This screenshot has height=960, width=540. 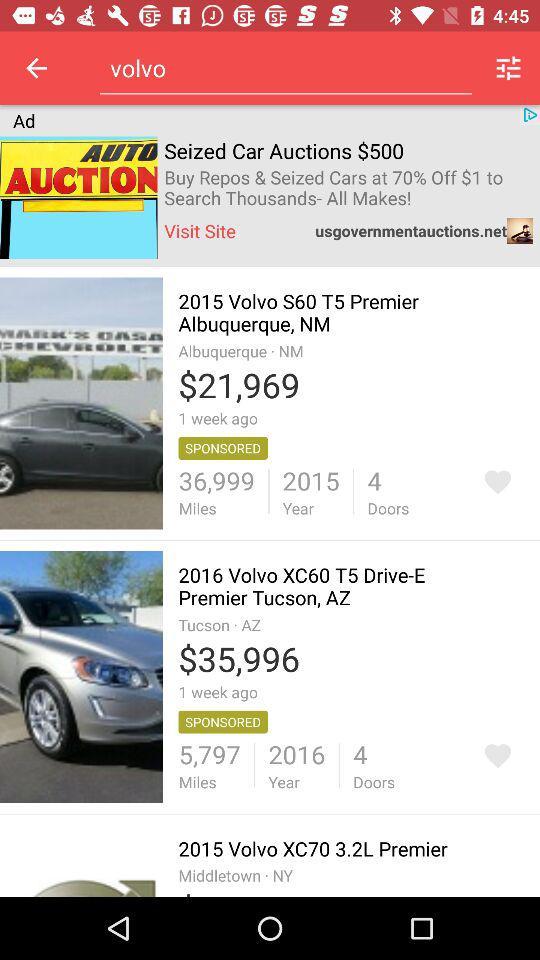 What do you see at coordinates (496, 481) in the screenshot?
I see `favorites the car listing` at bounding box center [496, 481].